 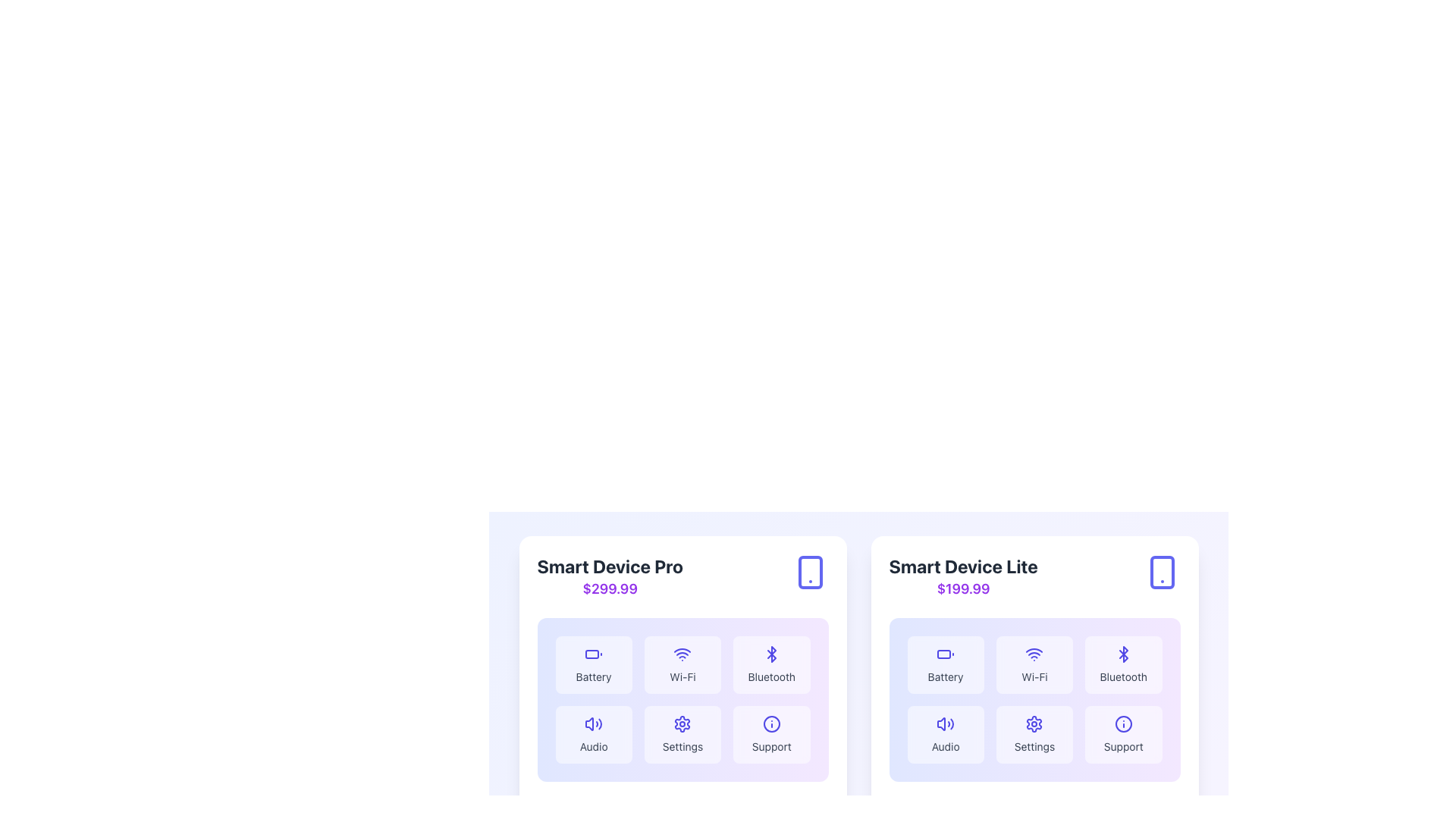 What do you see at coordinates (1123, 733) in the screenshot?
I see `the 'Support' button located in the bottom-right corner of the 'Smart Device Lite' panel` at bounding box center [1123, 733].